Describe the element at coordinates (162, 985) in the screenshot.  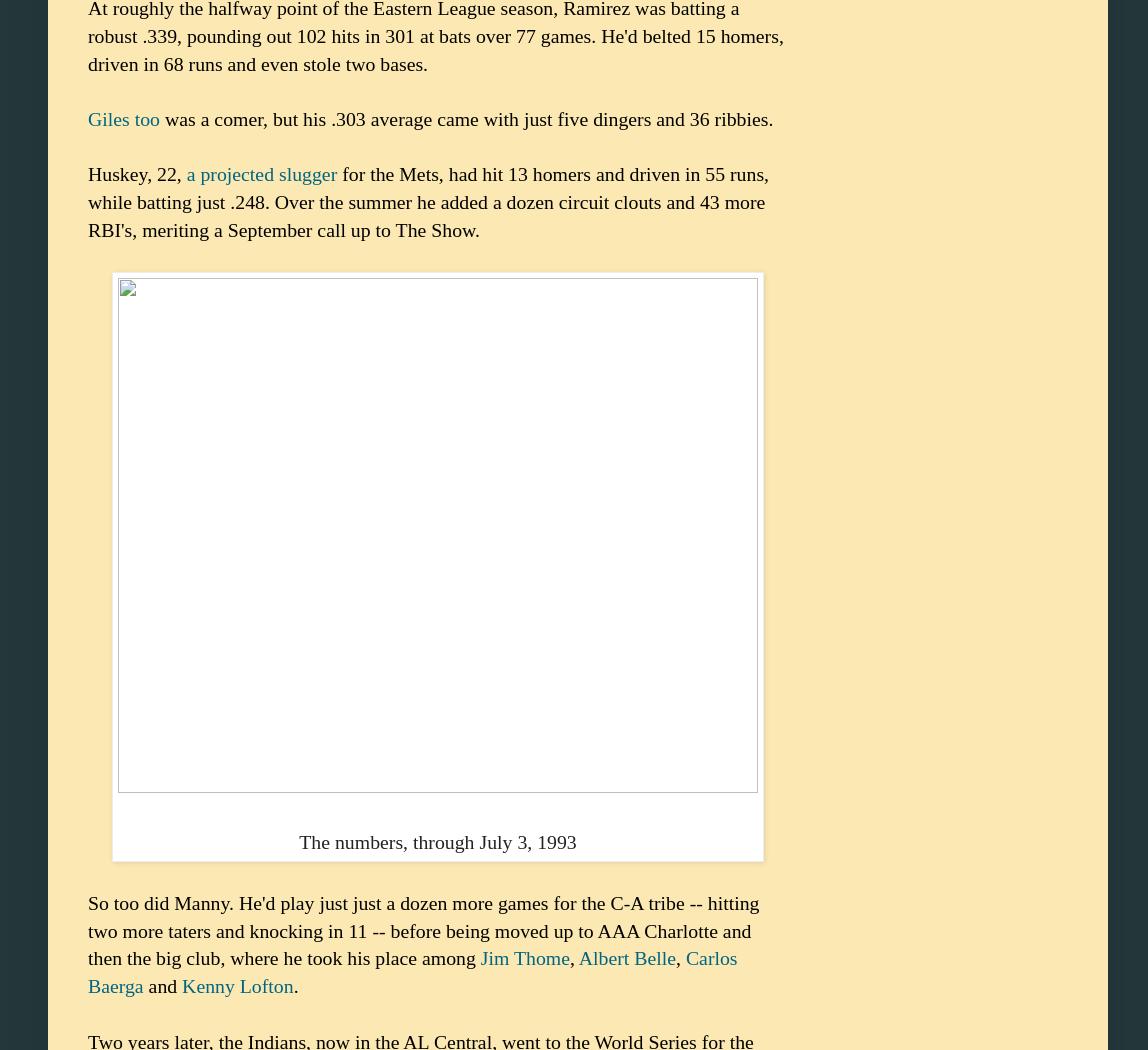
I see `'and'` at that location.